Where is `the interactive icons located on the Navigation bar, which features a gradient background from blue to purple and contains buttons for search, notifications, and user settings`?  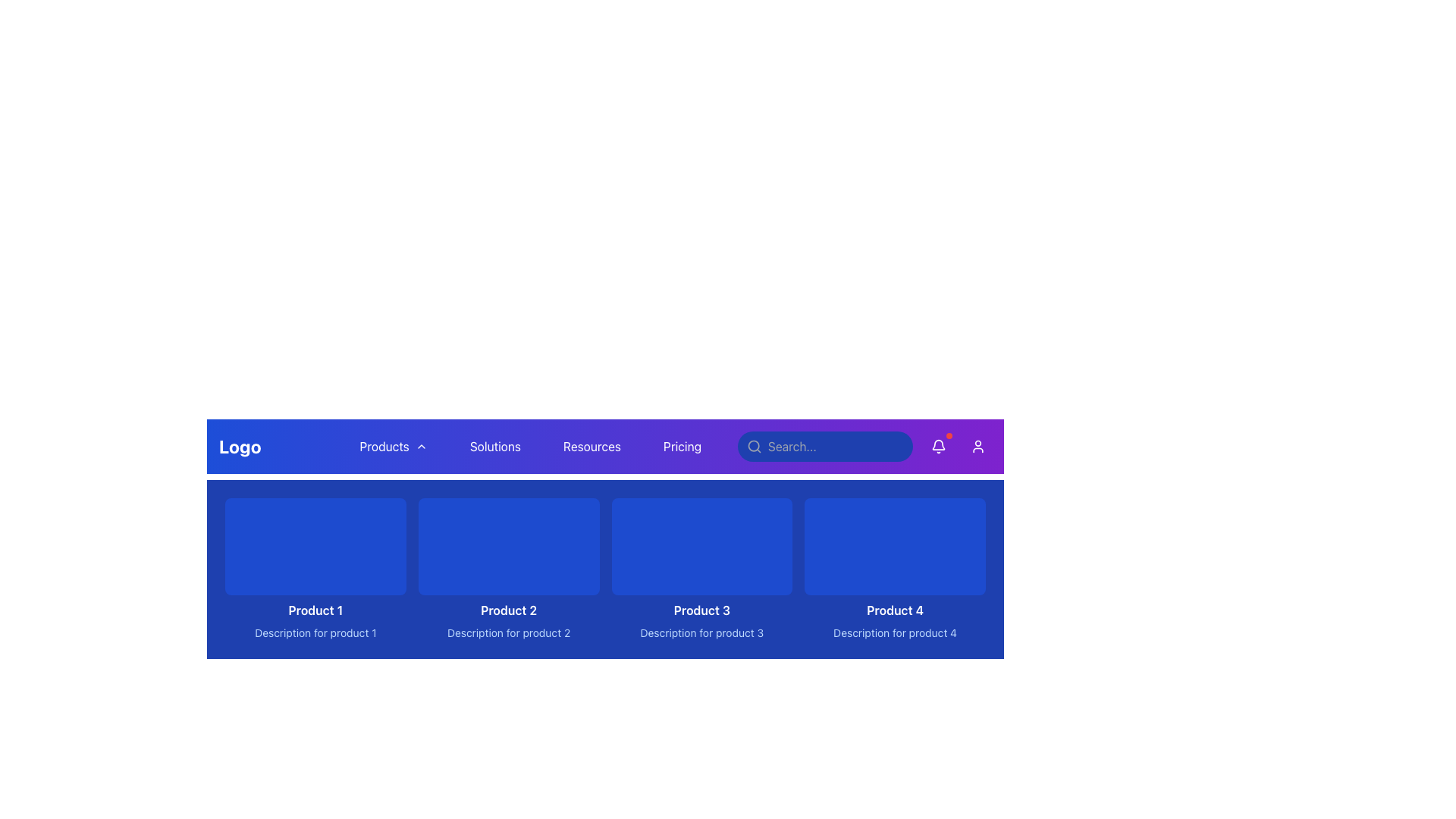
the interactive icons located on the Navigation bar, which features a gradient background from blue to purple and contains buttons for search, notifications, and user settings is located at coordinates (604, 446).